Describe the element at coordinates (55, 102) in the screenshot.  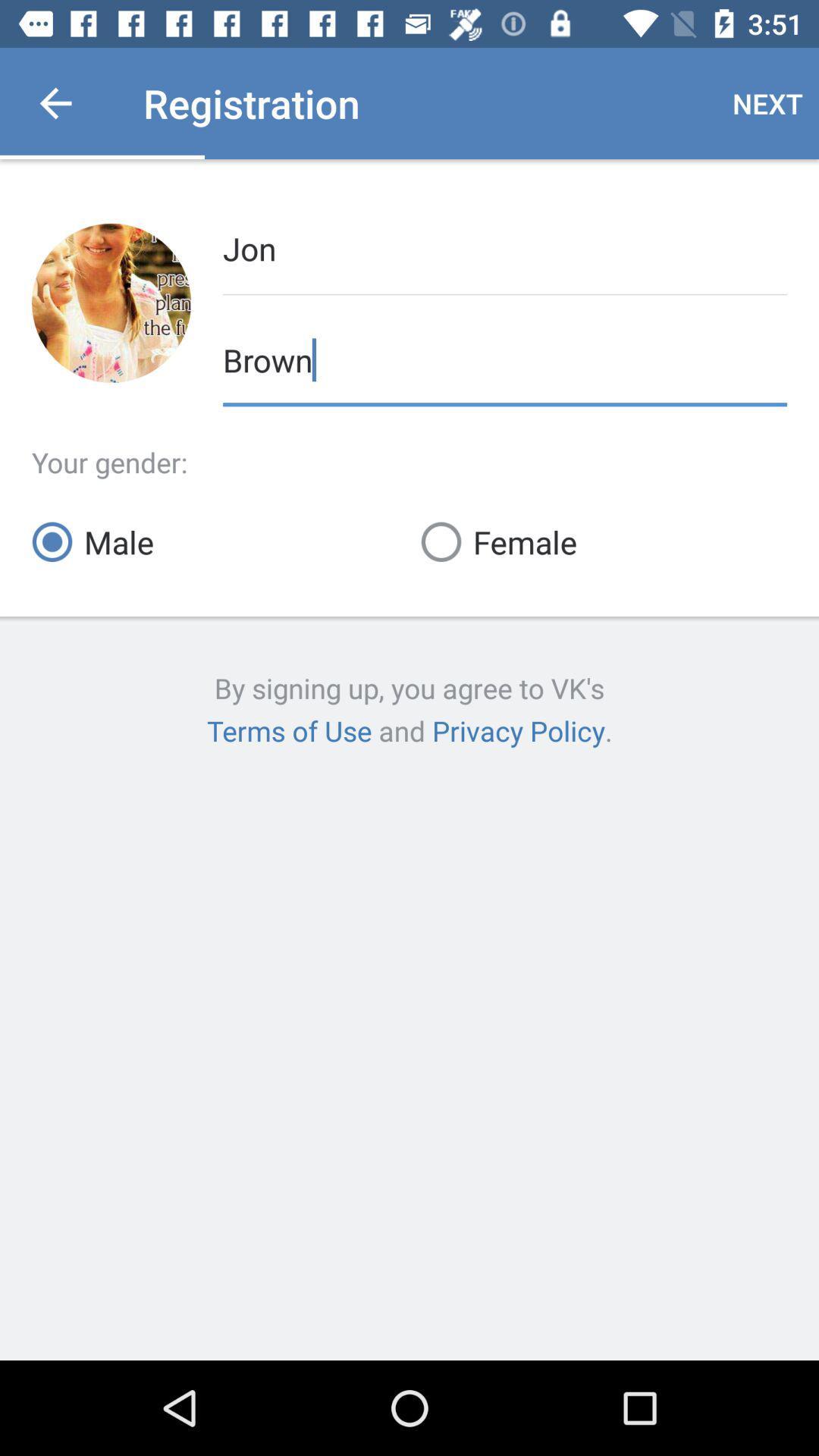
I see `item next to registration` at that location.